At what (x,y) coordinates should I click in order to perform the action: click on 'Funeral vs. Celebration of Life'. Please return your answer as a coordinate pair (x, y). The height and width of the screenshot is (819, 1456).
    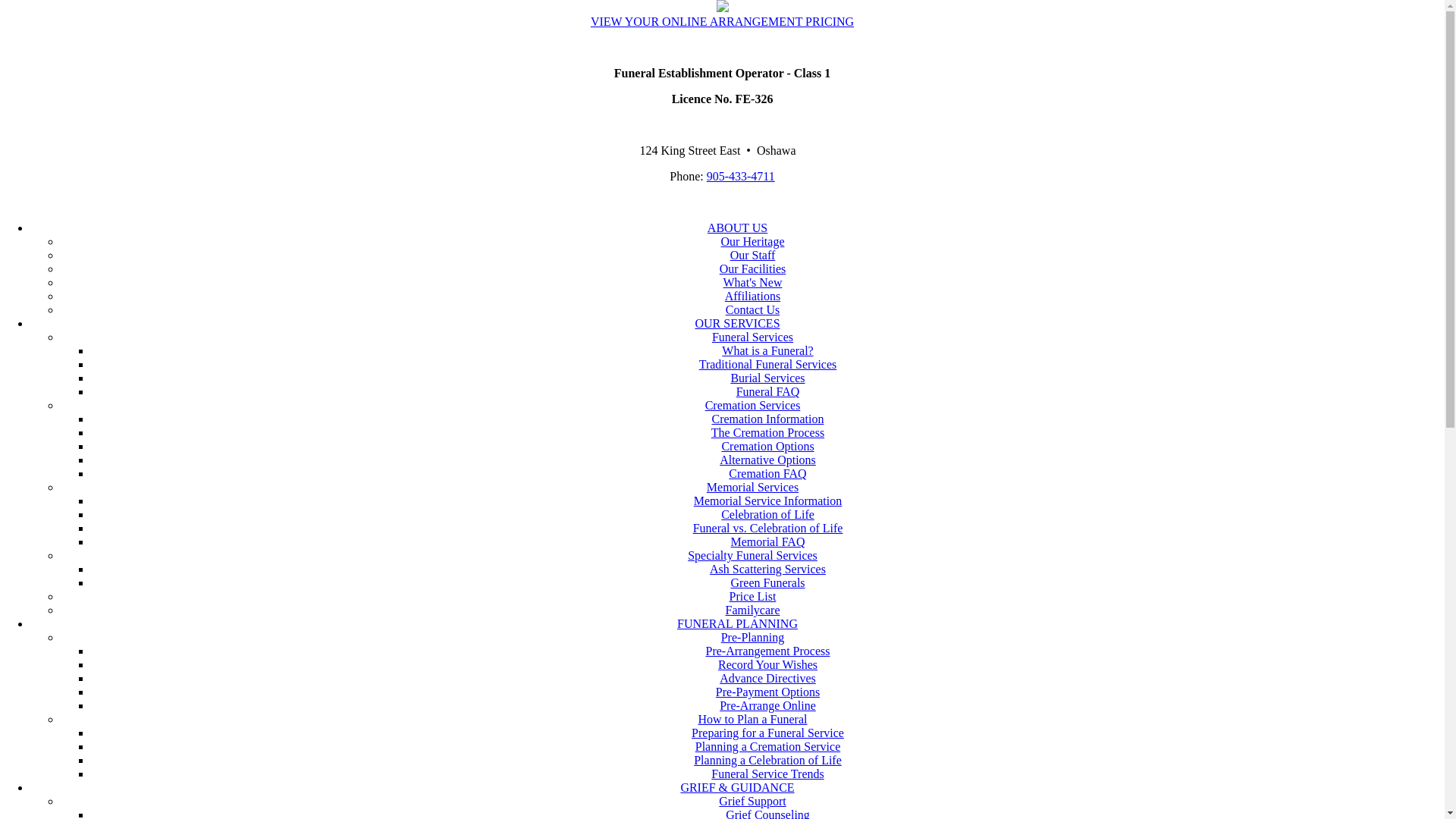
    Looking at the image, I should click on (767, 527).